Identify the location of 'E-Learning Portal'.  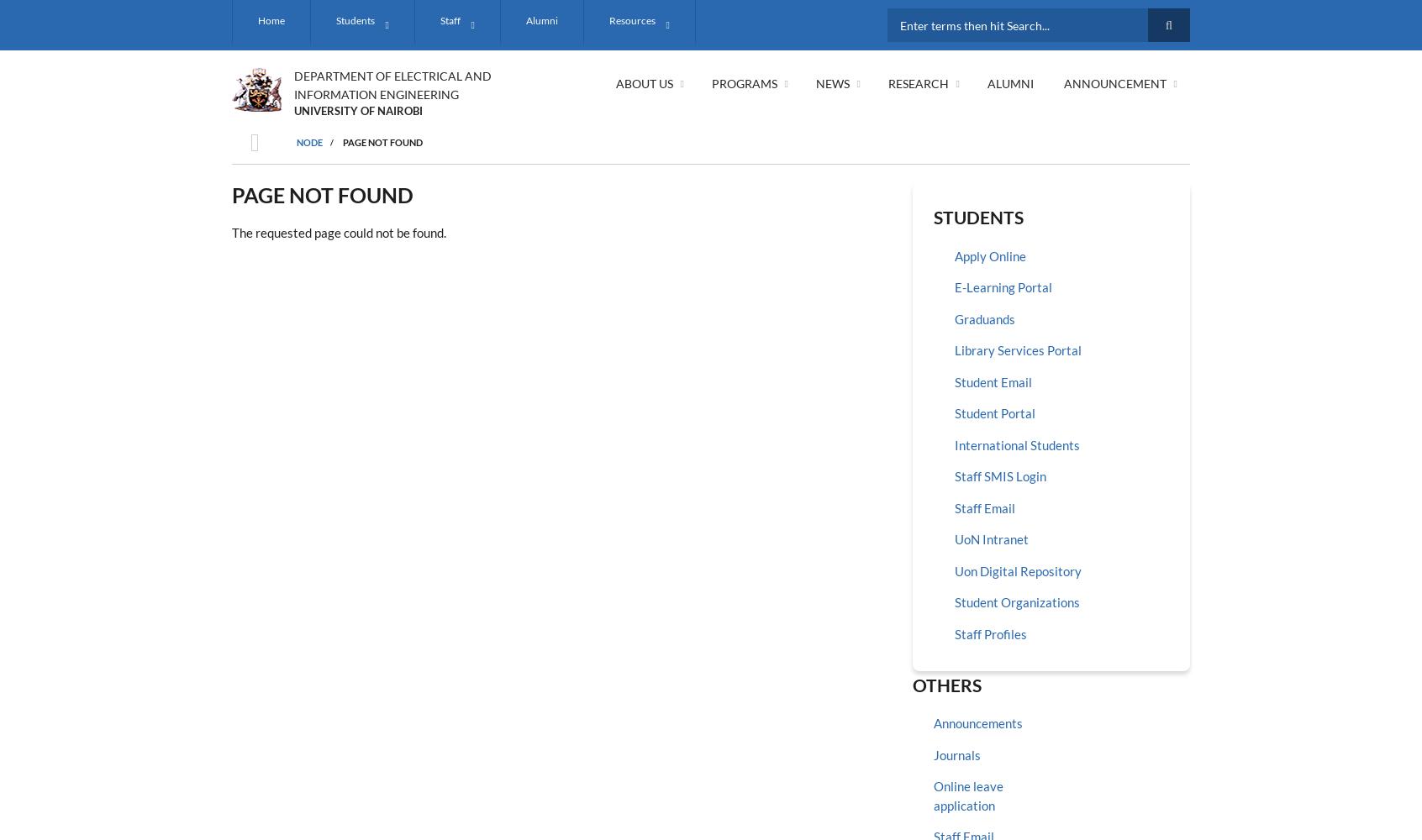
(1003, 286).